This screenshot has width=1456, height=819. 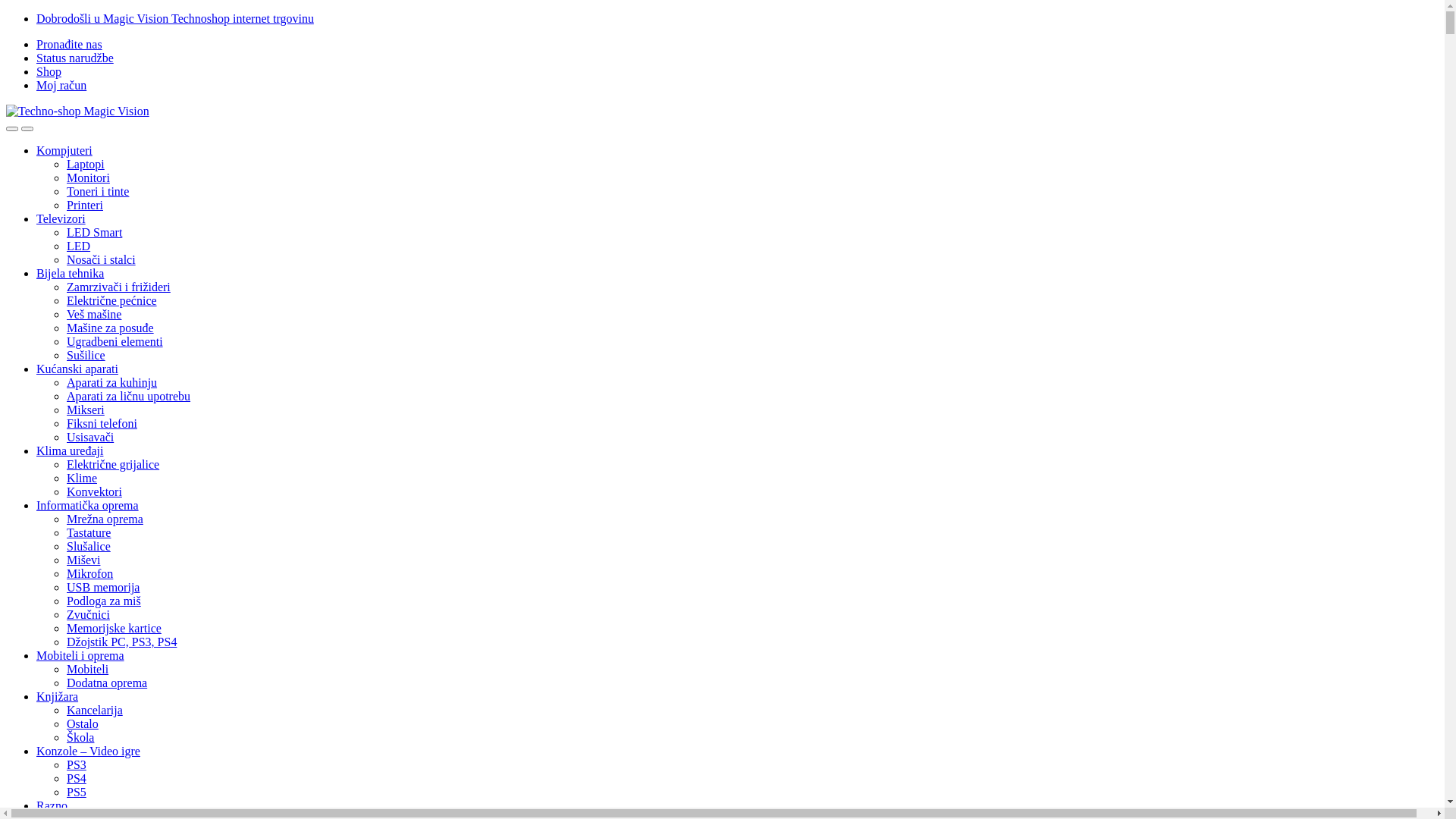 I want to click on 'Mikrofon', so click(x=89, y=573).